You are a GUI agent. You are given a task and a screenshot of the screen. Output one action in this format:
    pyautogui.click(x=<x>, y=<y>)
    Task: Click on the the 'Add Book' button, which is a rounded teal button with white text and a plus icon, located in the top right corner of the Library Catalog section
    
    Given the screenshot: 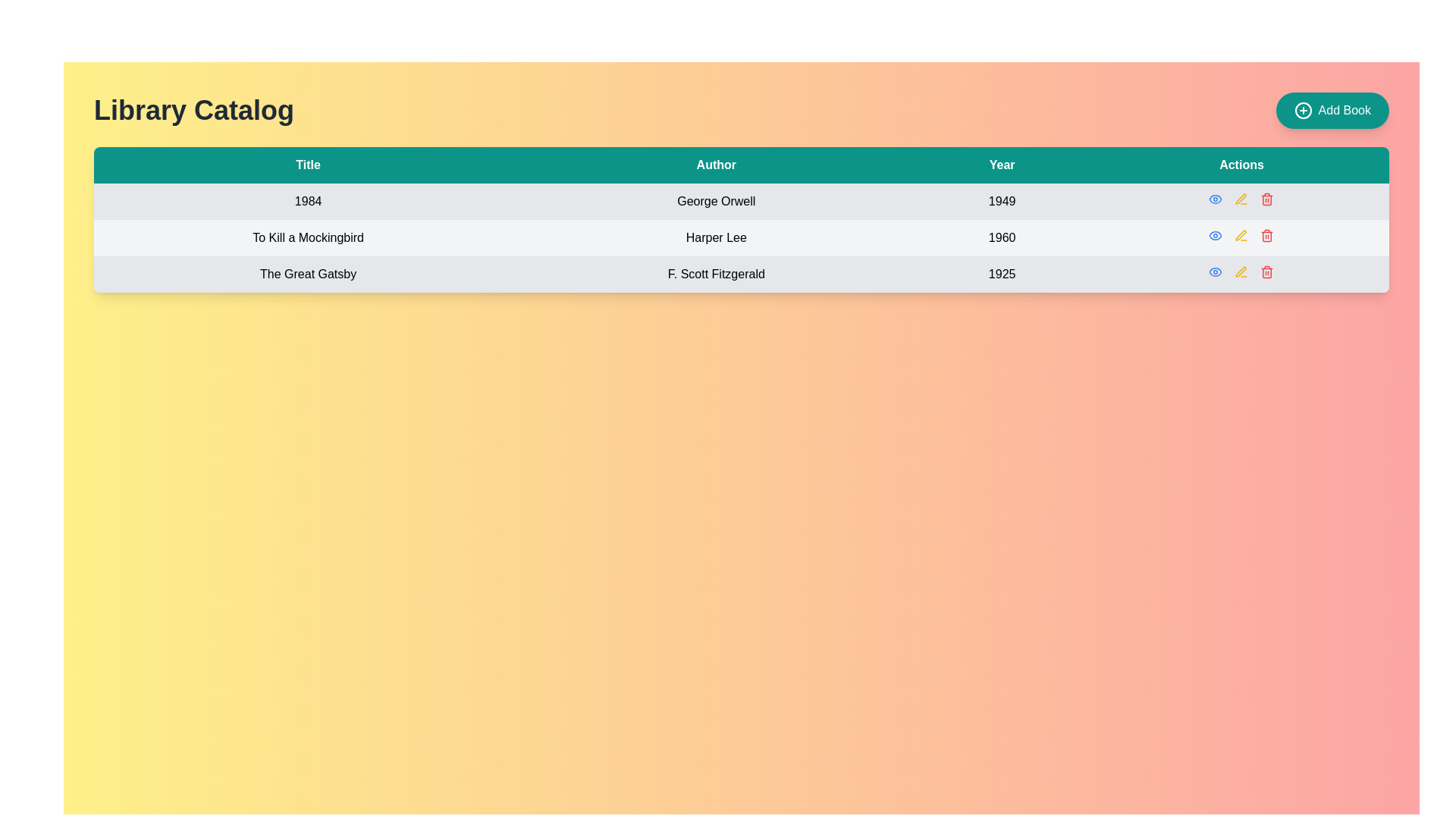 What is the action you would take?
    pyautogui.click(x=1332, y=110)
    